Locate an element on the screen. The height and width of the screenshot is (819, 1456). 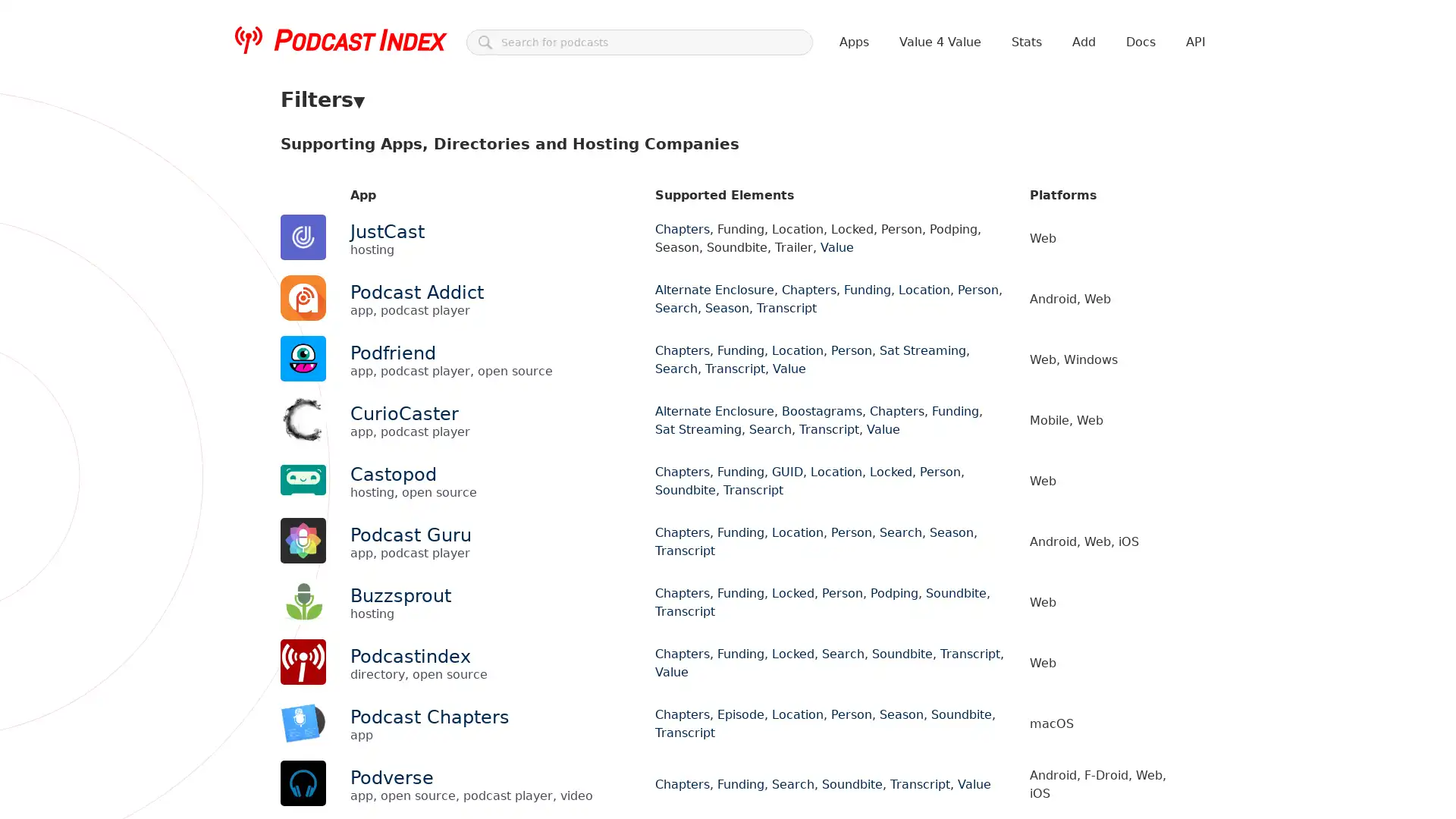
Chrome is located at coordinates (554, 311).